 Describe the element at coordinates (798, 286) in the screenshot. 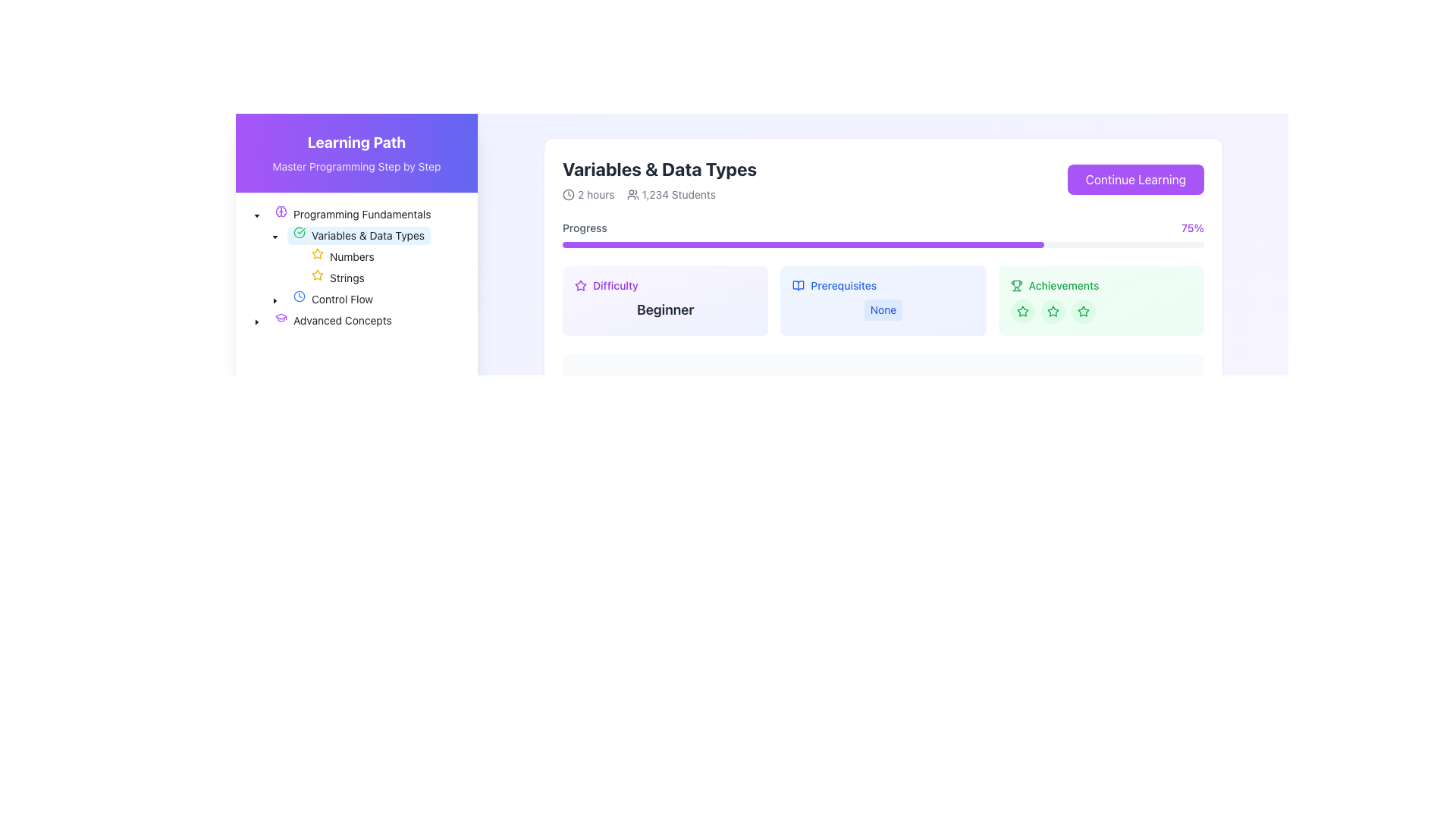

I see `the open book icon located to the left of the 'Prerequisites' text label, which is styled with a thin outline and sharp corners, and fits a minimalist design` at that location.